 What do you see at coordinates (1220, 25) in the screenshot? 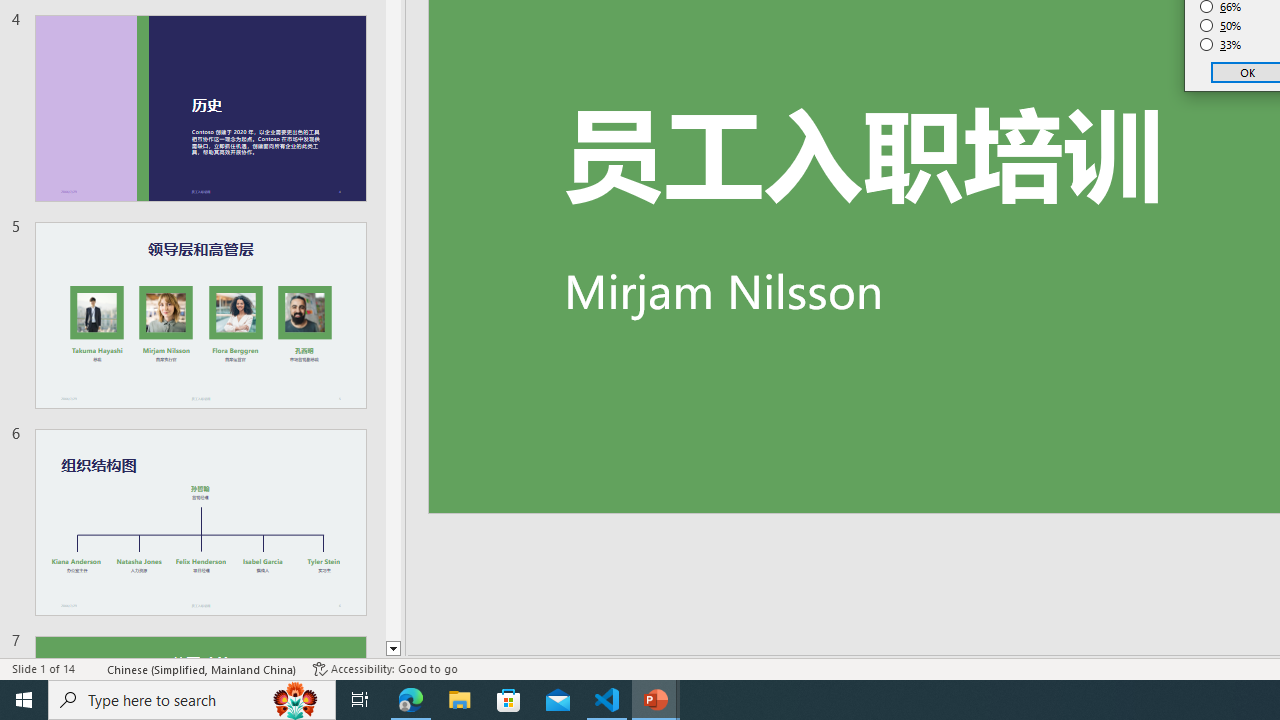
I see `'50%'` at bounding box center [1220, 25].